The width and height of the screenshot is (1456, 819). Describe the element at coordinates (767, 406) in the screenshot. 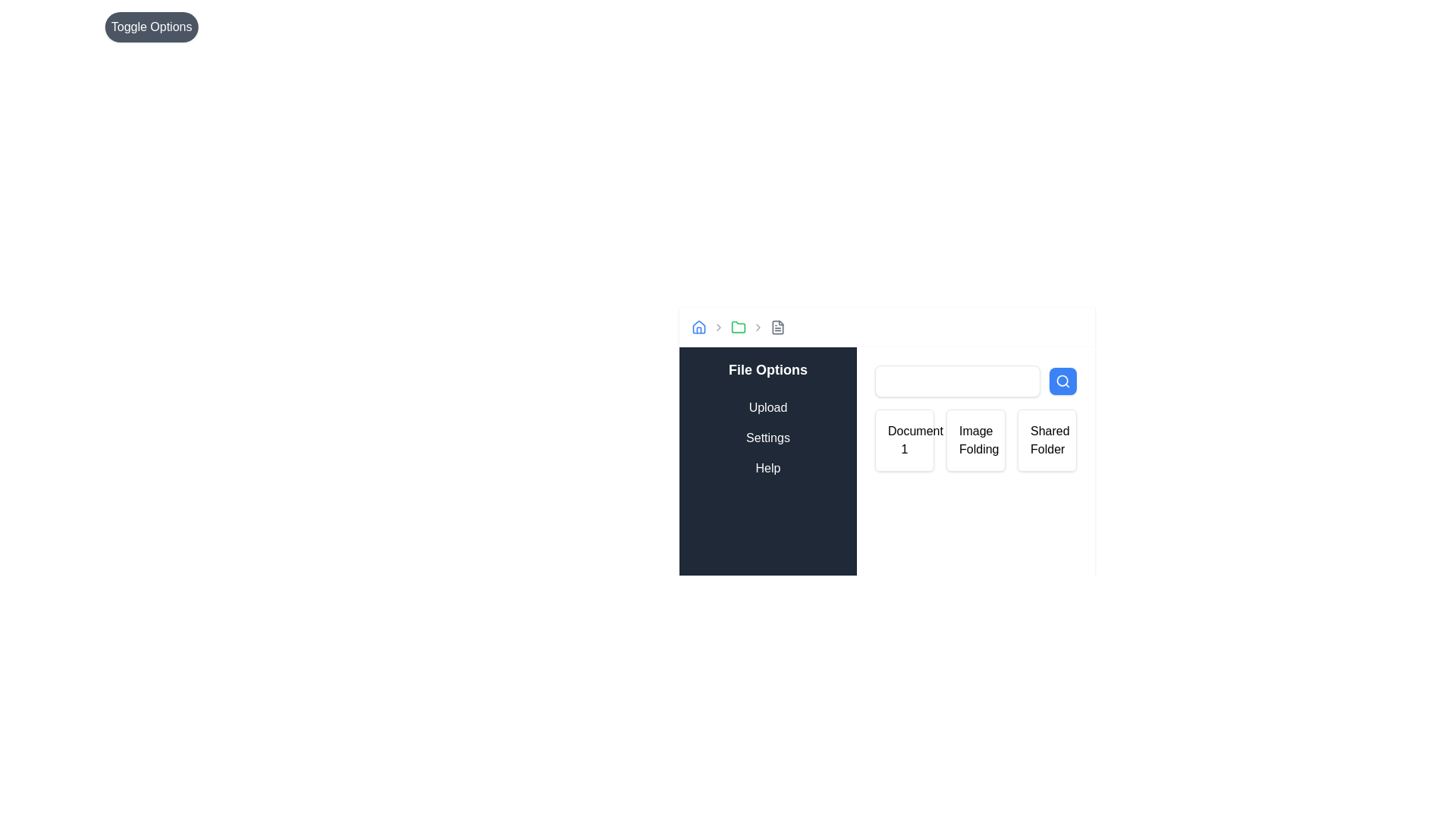

I see `the 'Upload' button located at the top of the 'File Options' sidebar to initiate the upload process` at that location.